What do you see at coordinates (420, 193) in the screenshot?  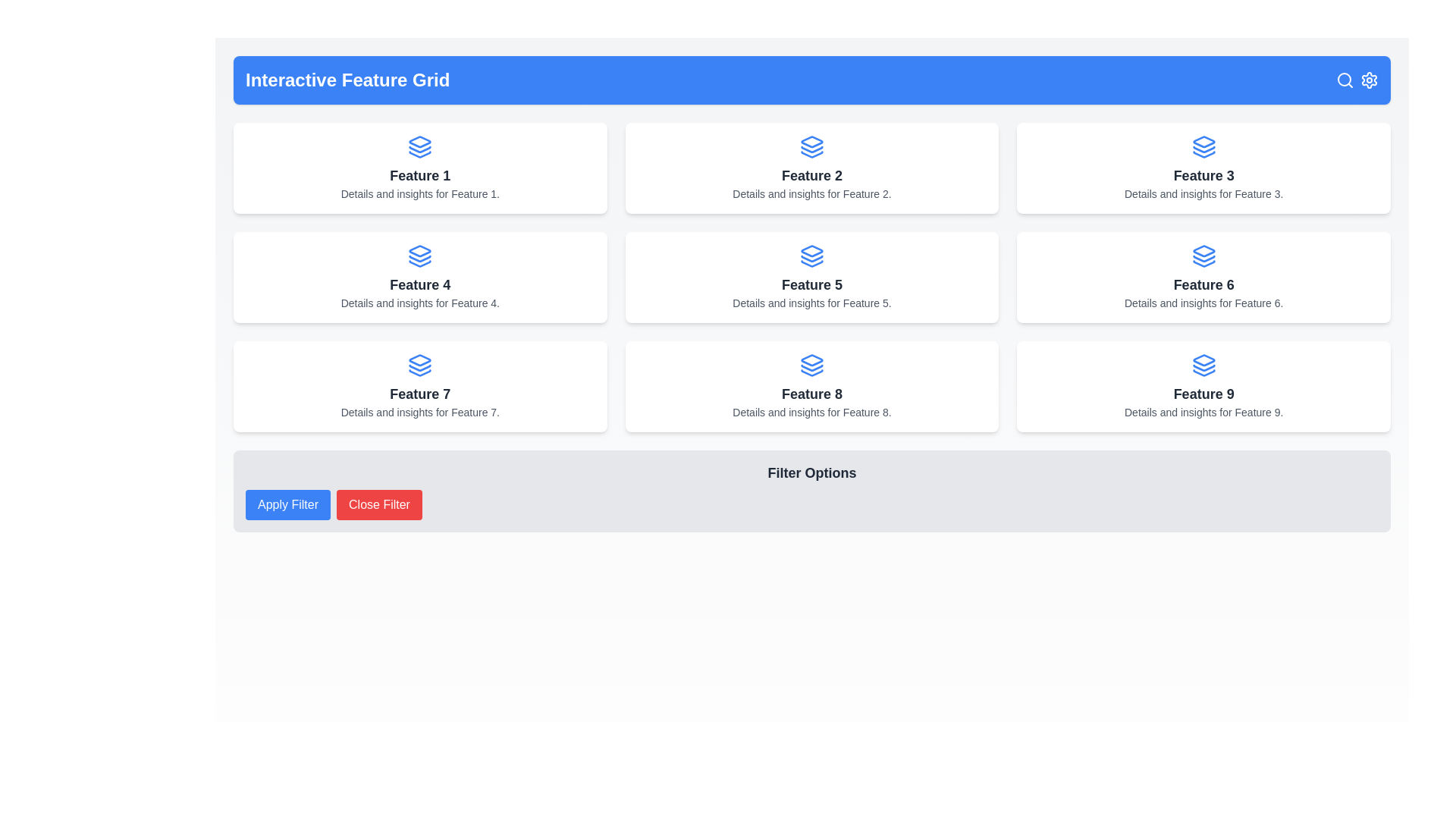 I see `the static text reading 'Details and insights for Feature 1.' which is positioned below the bold text 'Feature 1' within the card layout` at bounding box center [420, 193].